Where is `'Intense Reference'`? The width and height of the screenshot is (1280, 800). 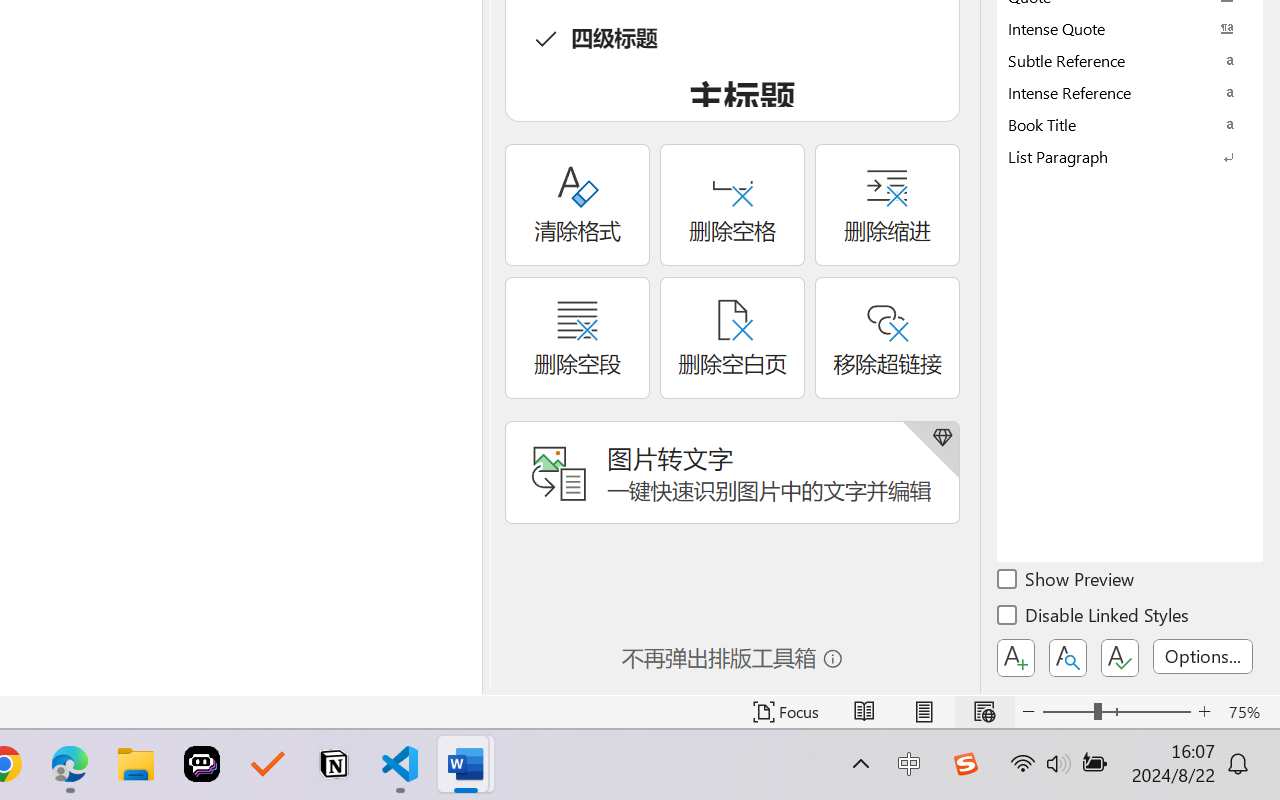
'Intense Reference' is located at coordinates (1130, 92).